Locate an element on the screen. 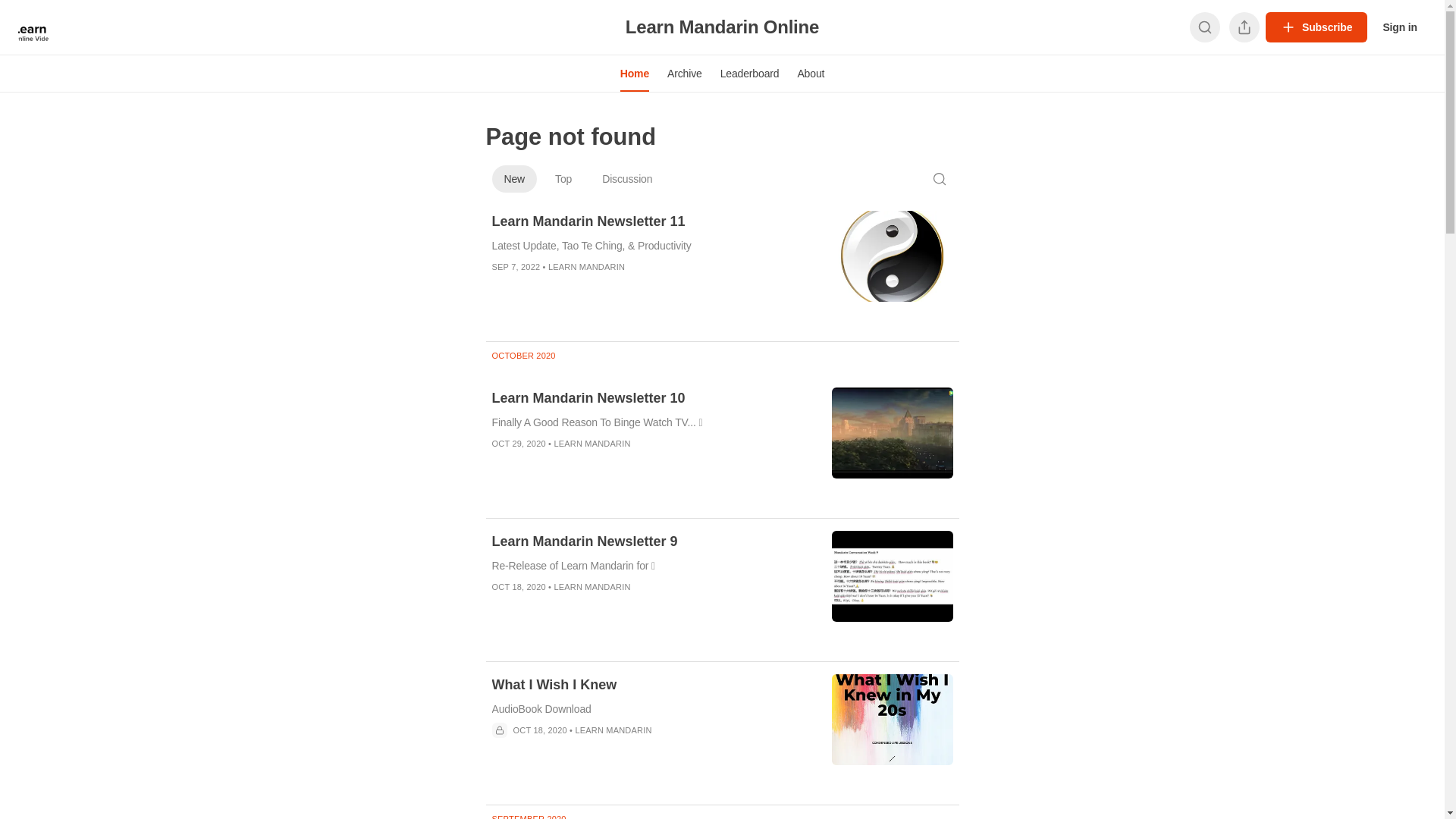 The width and height of the screenshot is (1456, 819). 'LEARN MANDARIN' is located at coordinates (591, 444).